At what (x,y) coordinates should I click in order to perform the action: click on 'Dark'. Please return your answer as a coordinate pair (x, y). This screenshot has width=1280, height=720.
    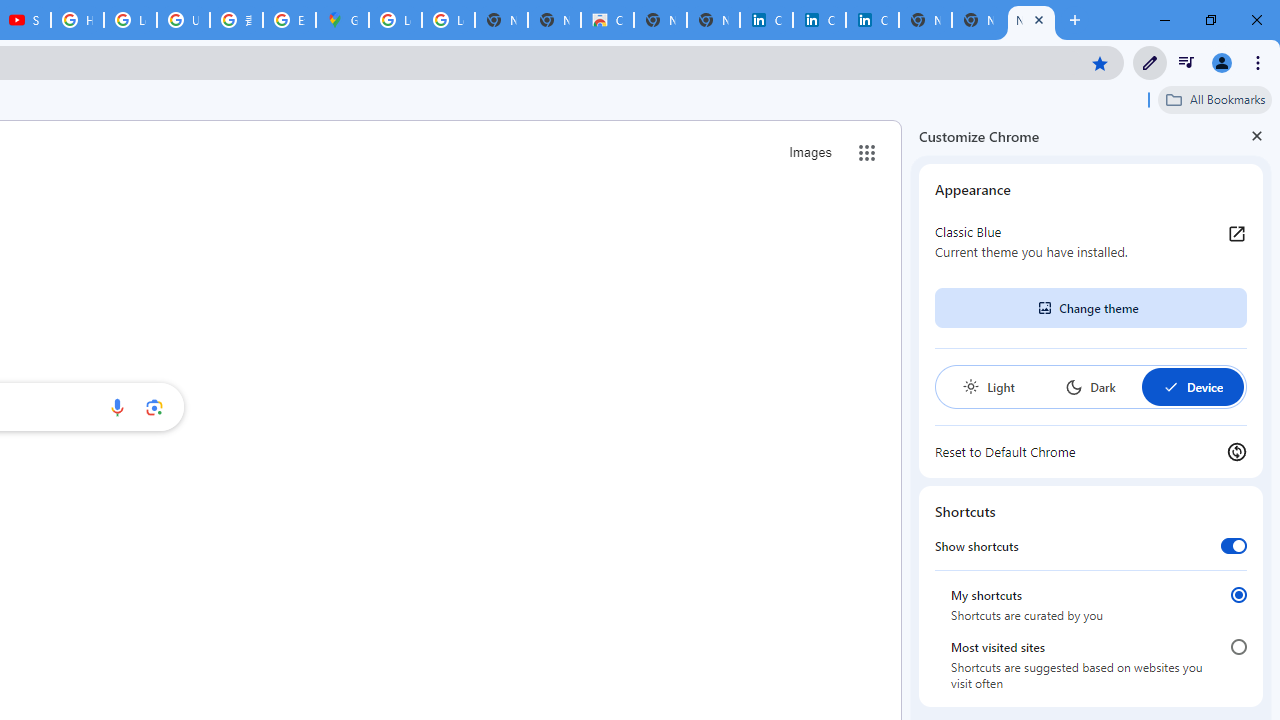
    Looking at the image, I should click on (1089, 387).